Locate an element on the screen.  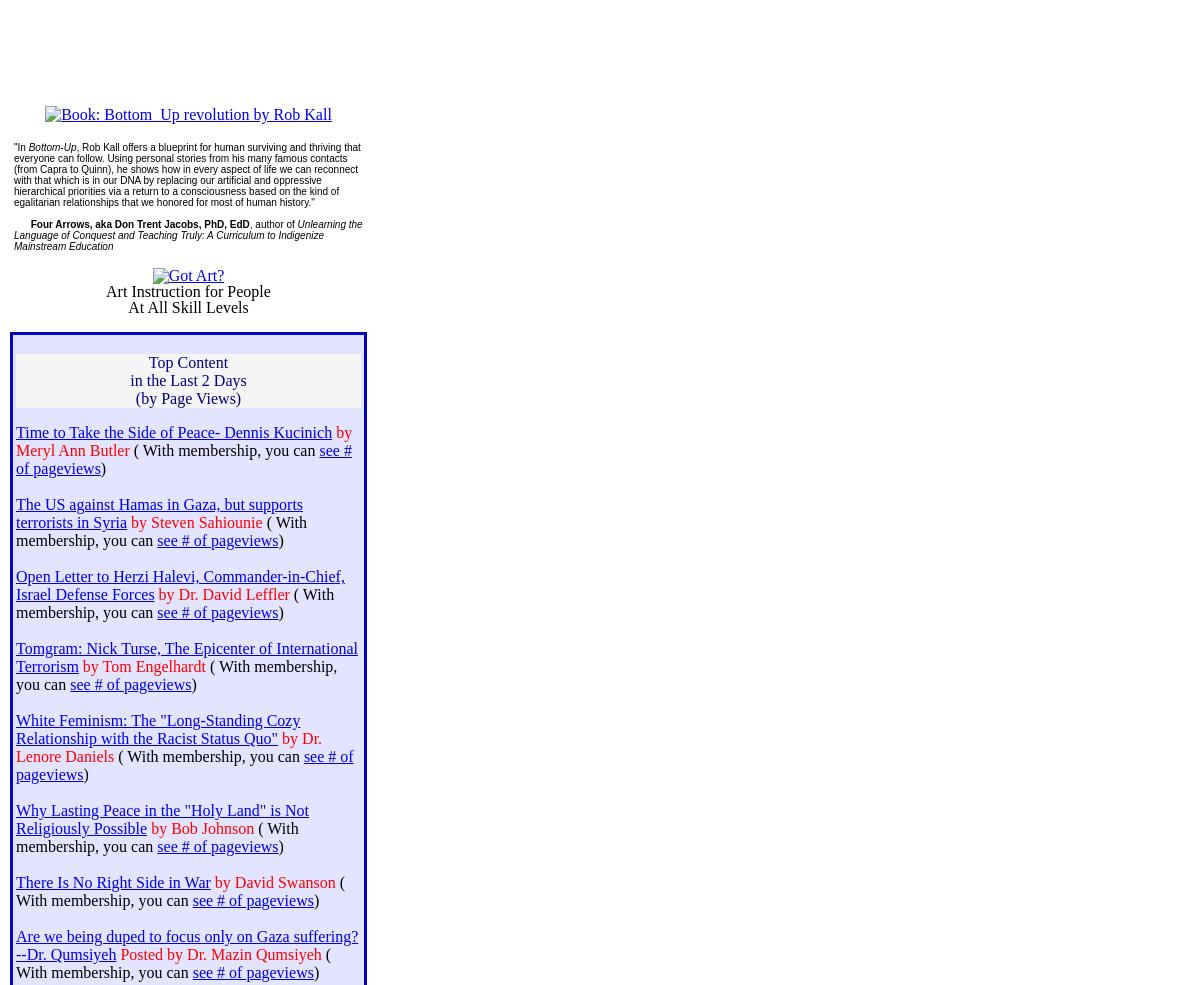
'Why Lasting Peace in the "Holy Land" is Not Religiously Possible' is located at coordinates (161, 818).